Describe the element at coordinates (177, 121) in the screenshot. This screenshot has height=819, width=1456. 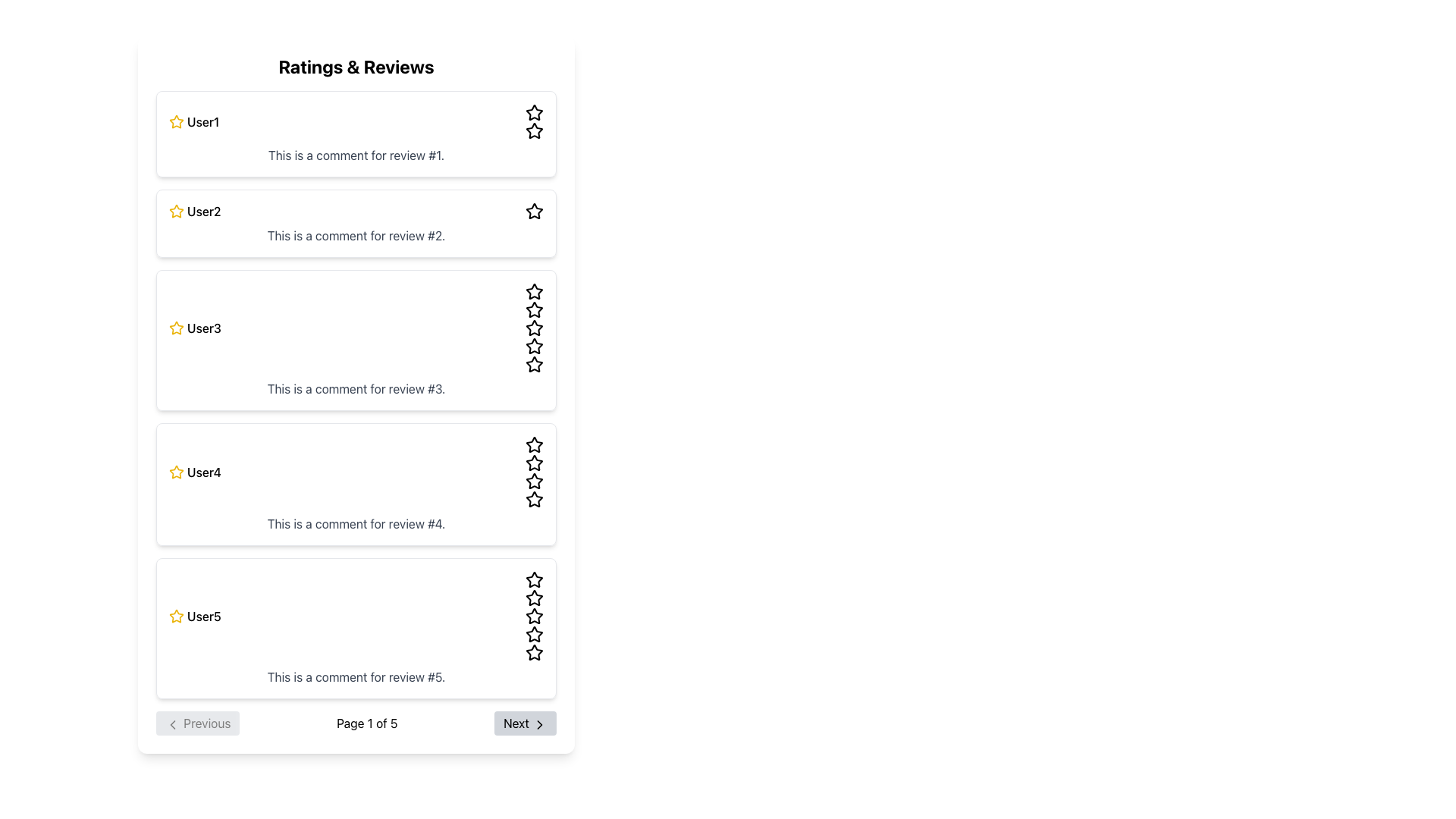
I see `the yellow star-shaped icon next to the user name 'User1' in the review card layout` at that location.